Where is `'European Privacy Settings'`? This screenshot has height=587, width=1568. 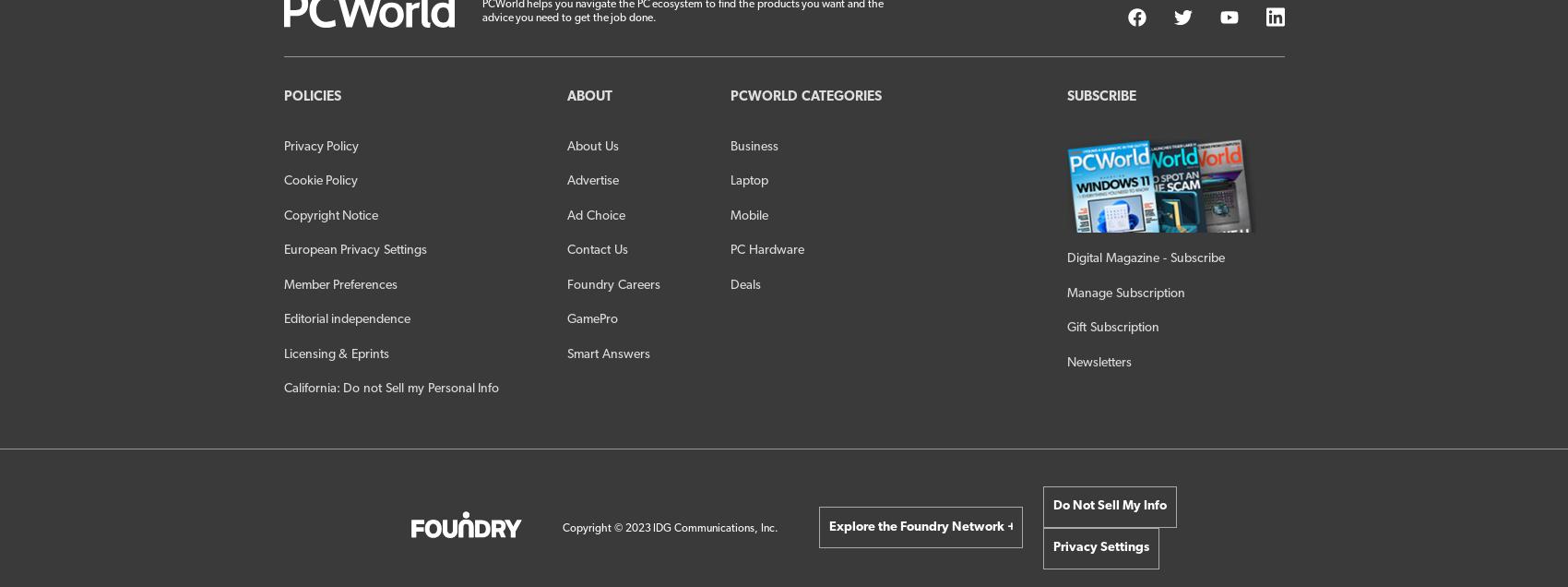
'European Privacy Settings' is located at coordinates (354, 250).